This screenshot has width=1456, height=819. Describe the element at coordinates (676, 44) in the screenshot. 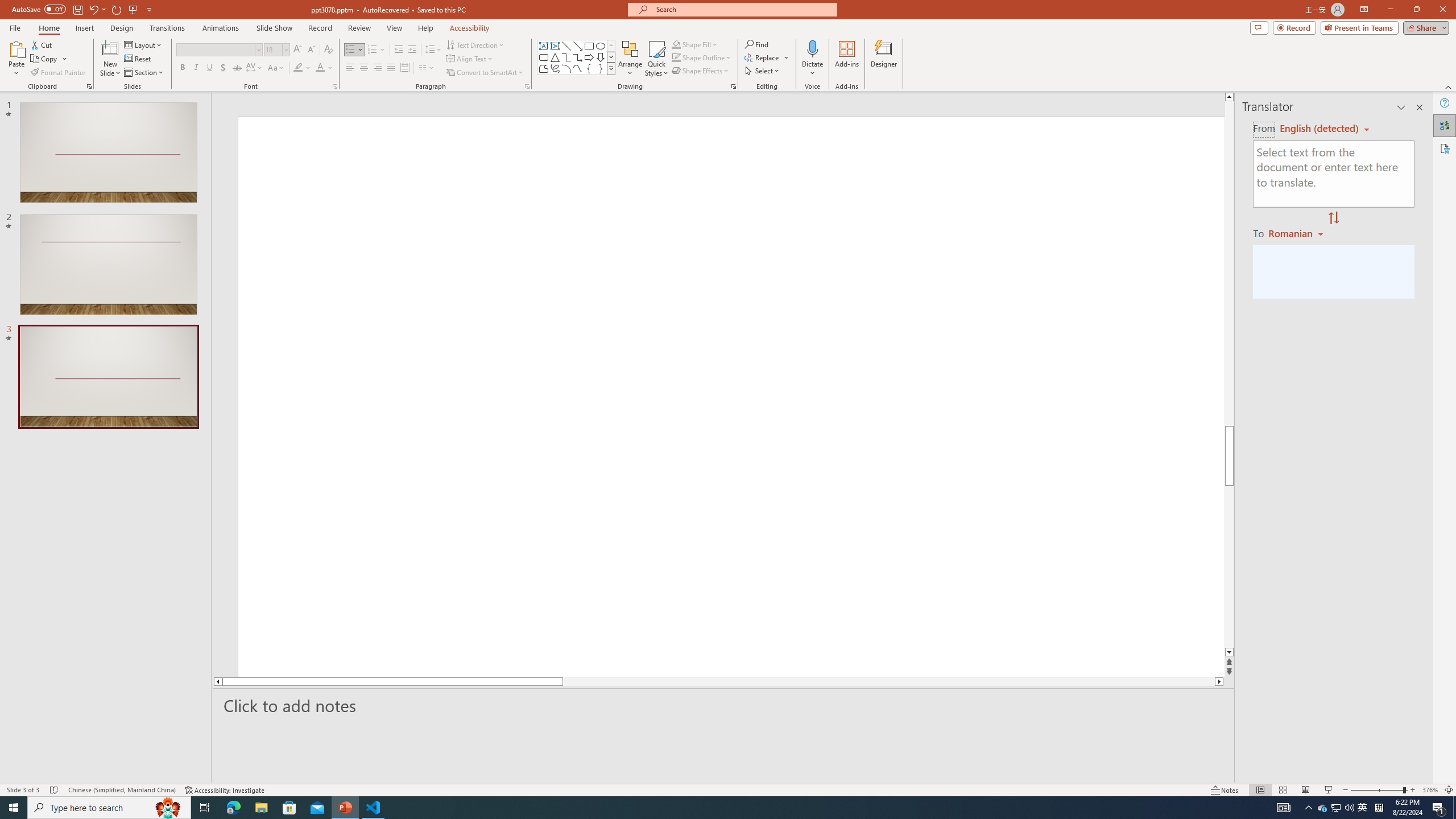

I see `'Shape Fill Dark Green, Accent 2'` at that location.